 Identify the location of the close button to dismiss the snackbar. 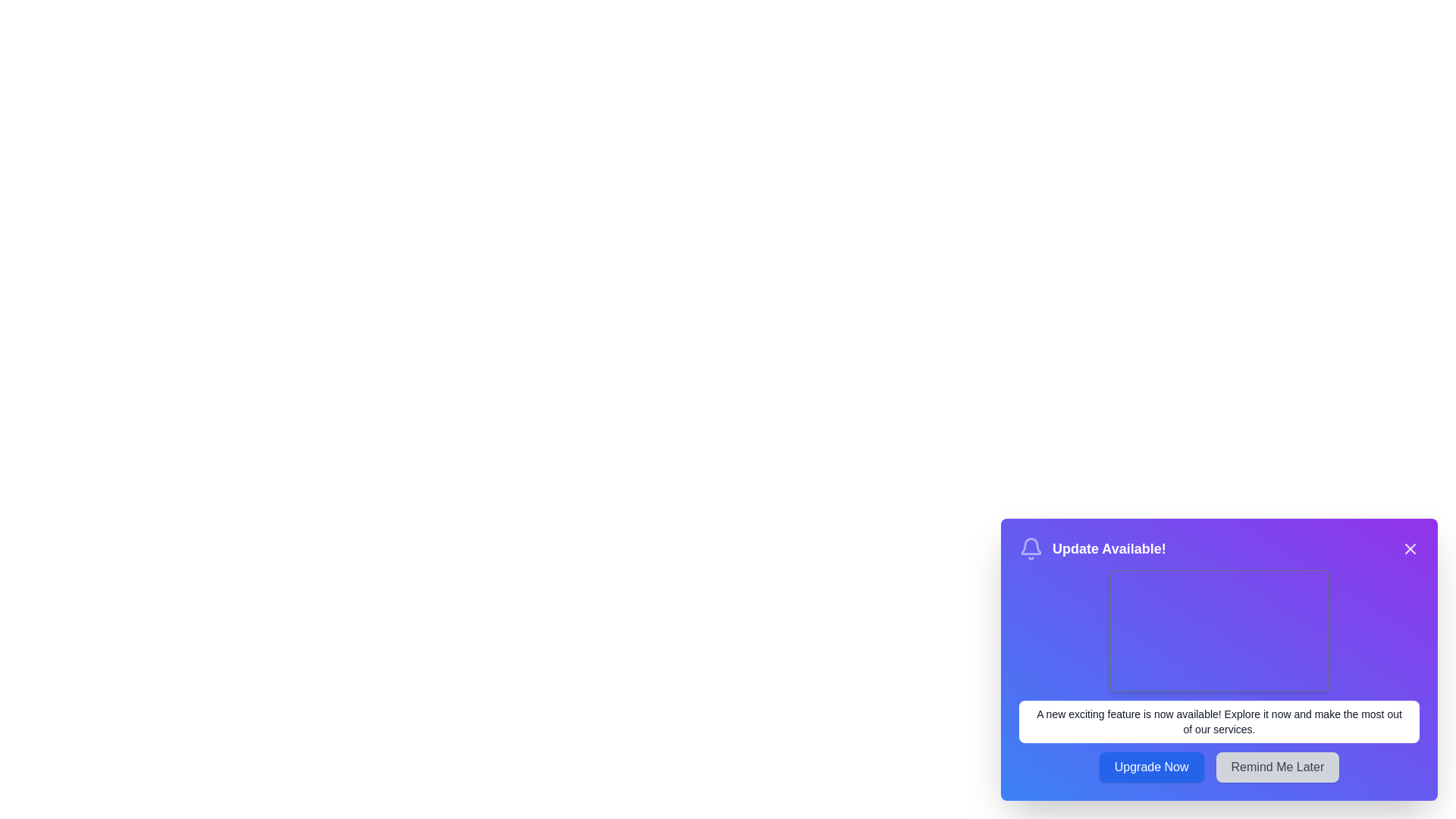
(1410, 549).